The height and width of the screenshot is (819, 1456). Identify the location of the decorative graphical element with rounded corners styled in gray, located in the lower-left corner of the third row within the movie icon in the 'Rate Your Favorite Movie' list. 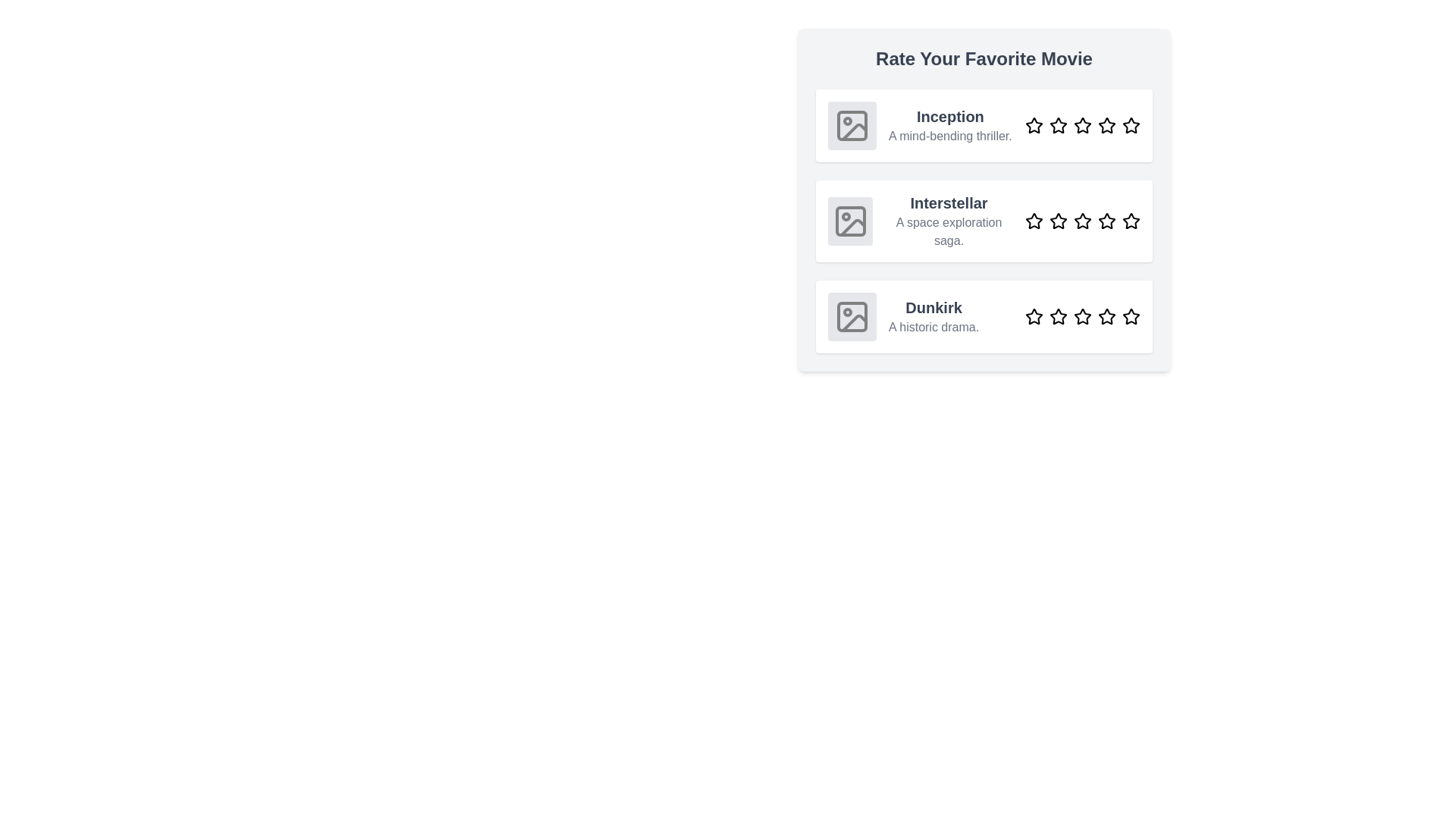
(852, 315).